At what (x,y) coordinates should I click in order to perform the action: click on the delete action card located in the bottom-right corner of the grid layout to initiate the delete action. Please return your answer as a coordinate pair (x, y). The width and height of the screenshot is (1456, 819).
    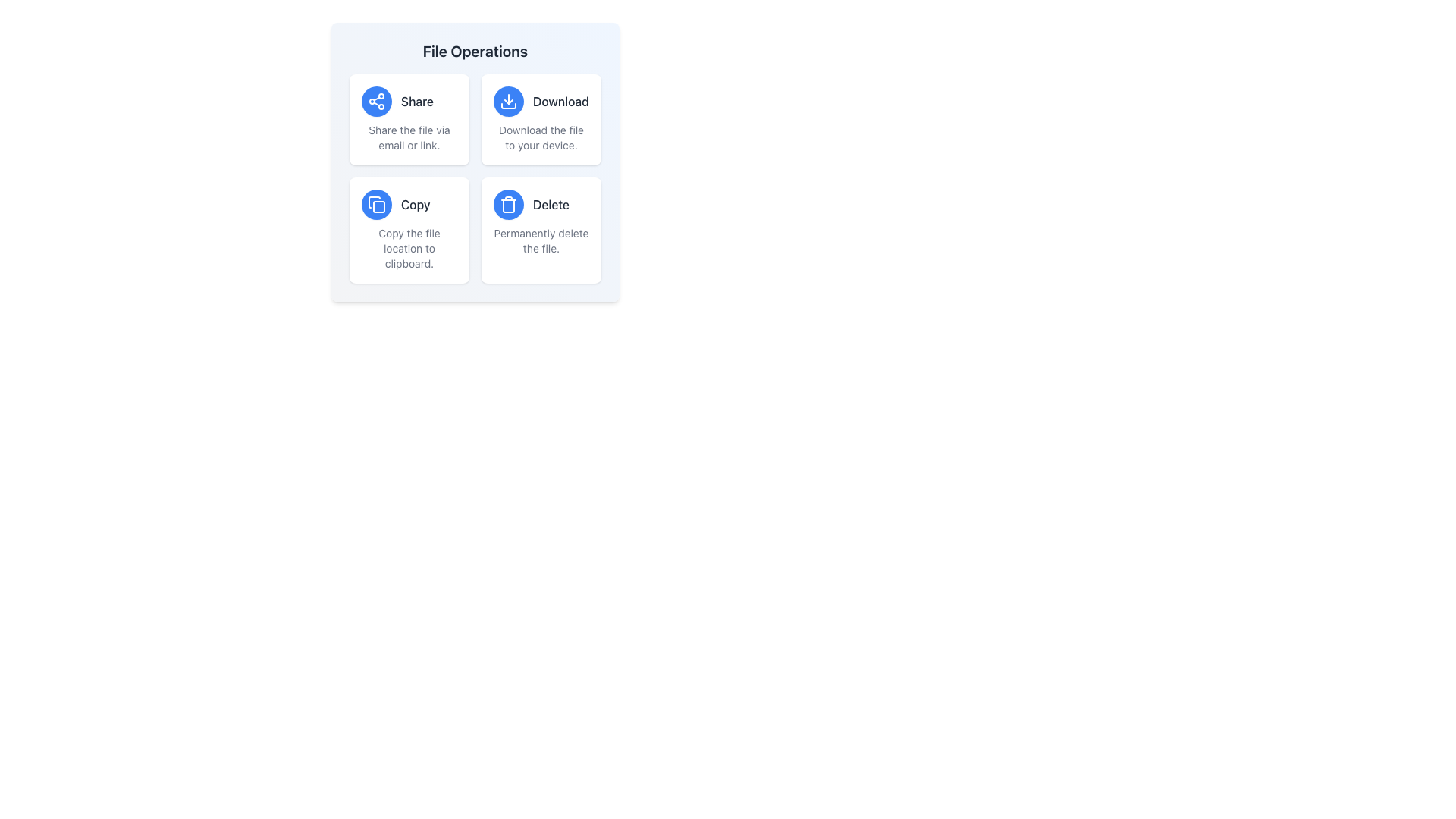
    Looking at the image, I should click on (541, 231).